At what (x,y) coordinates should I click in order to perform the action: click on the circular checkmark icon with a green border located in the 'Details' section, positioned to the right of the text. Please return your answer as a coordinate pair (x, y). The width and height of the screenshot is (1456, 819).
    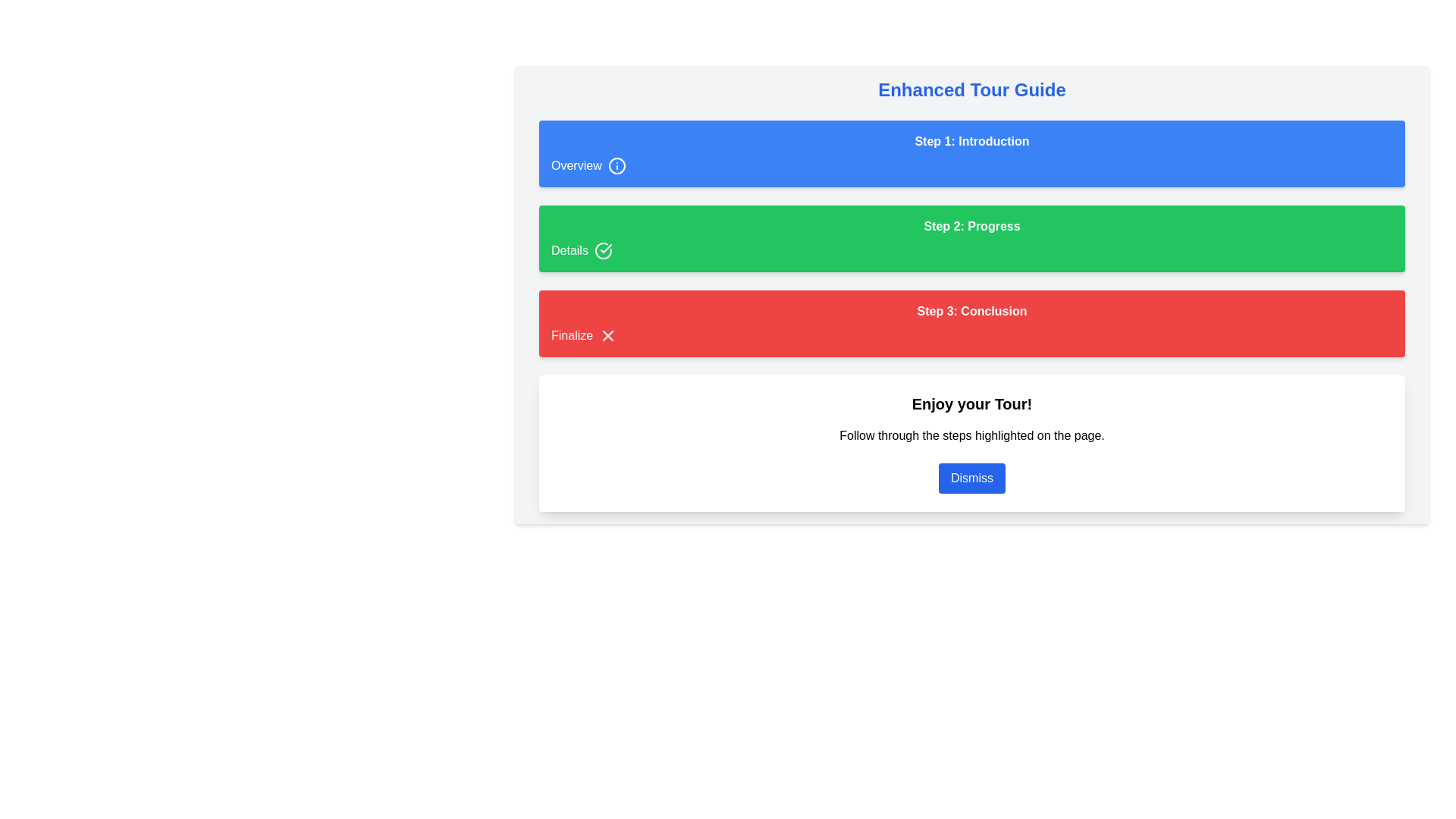
    Looking at the image, I should click on (602, 250).